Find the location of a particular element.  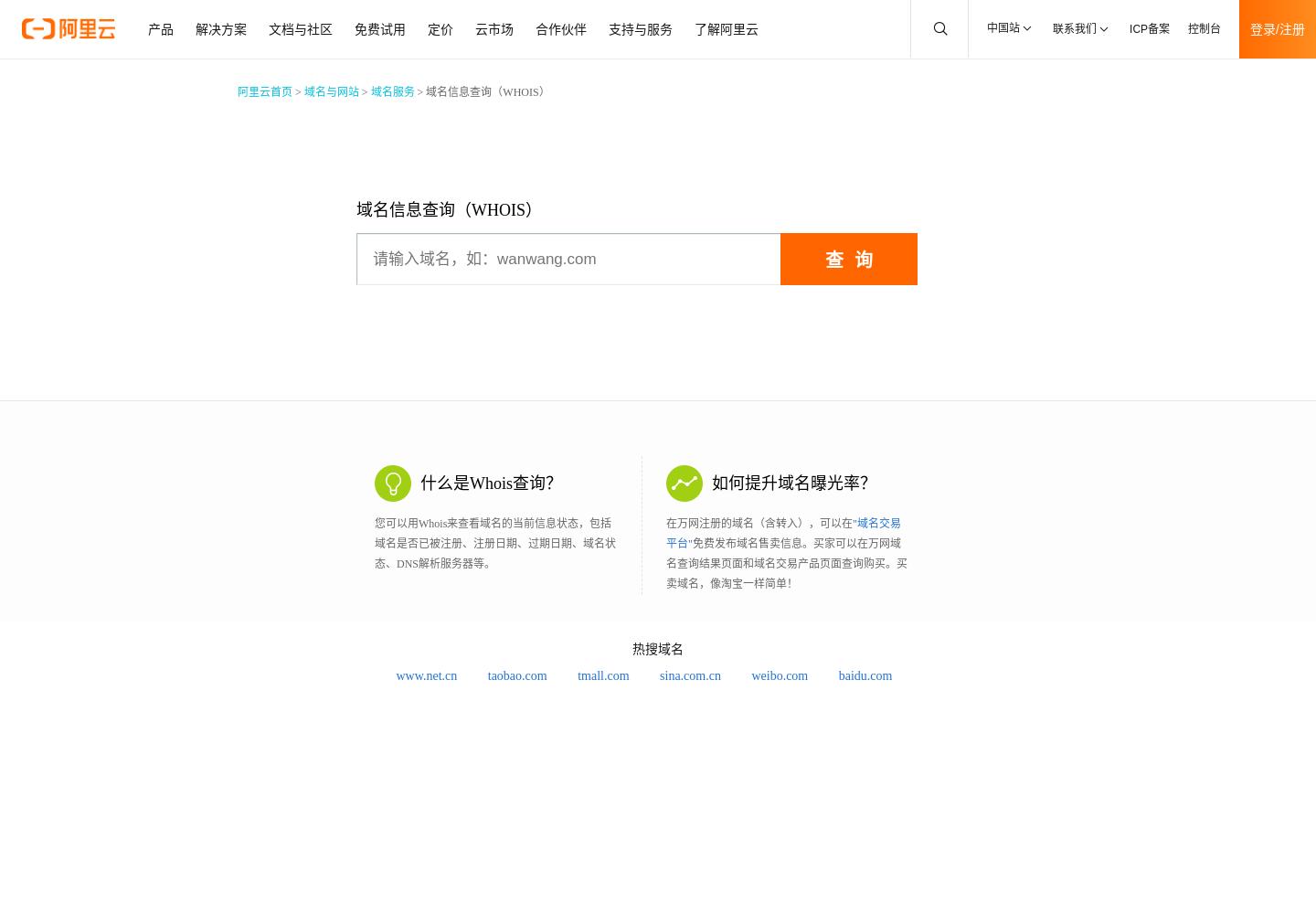

'baidu.com' is located at coordinates (865, 675).